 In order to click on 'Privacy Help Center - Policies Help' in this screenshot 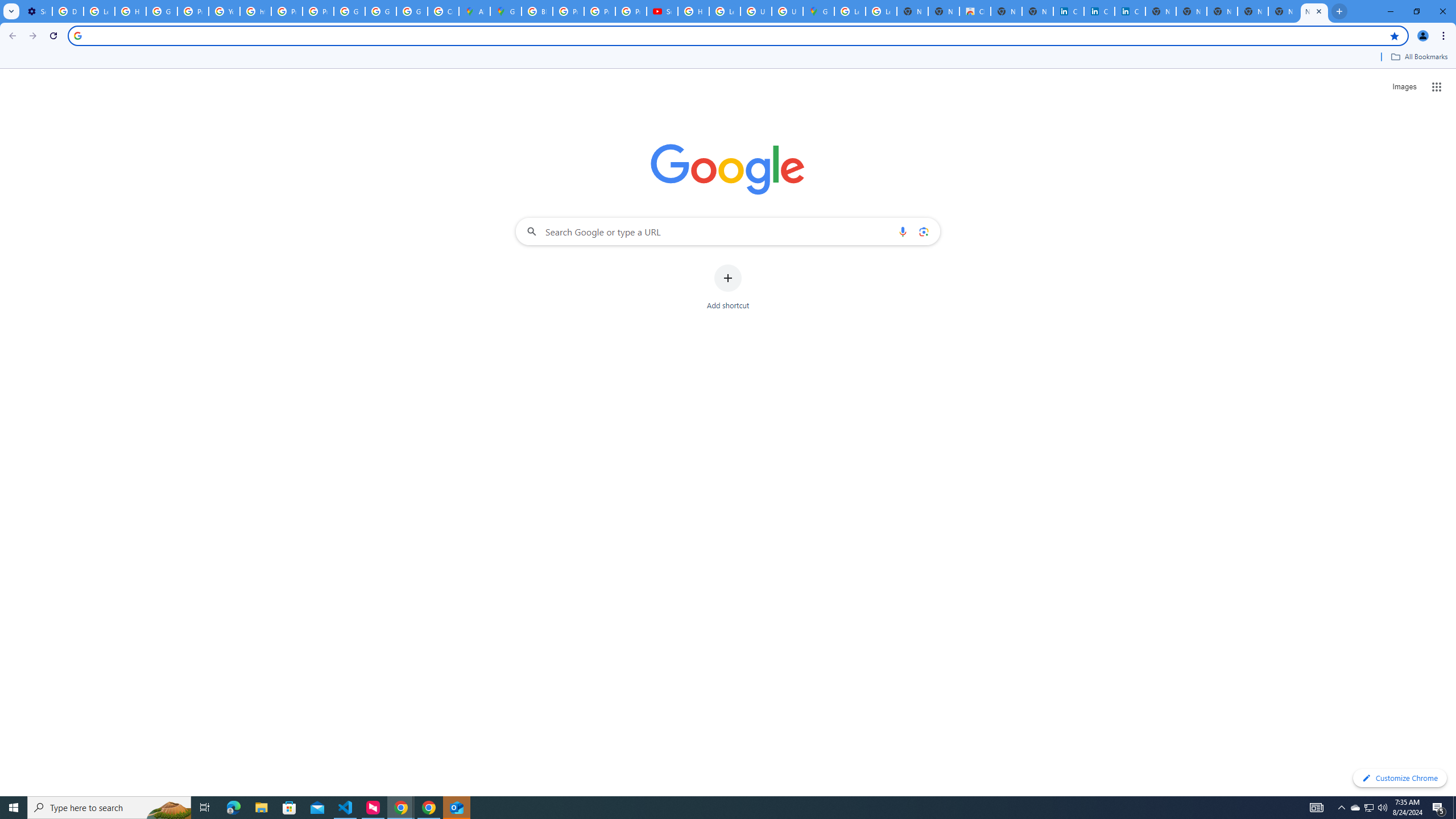, I will do `click(568, 11)`.